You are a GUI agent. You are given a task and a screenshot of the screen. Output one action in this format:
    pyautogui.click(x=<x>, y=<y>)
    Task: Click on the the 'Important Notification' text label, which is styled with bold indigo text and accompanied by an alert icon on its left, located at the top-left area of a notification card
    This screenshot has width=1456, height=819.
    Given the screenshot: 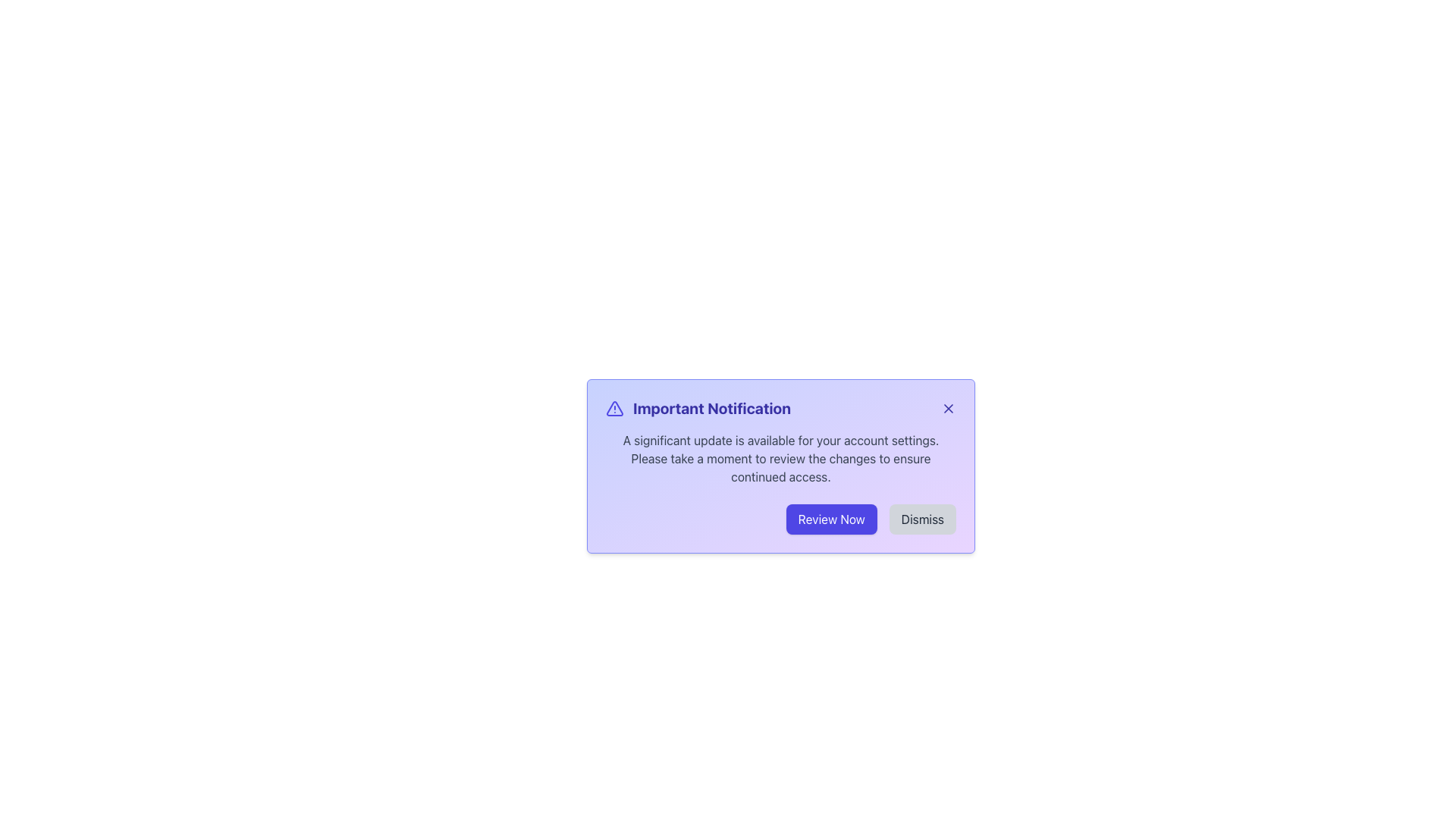 What is the action you would take?
    pyautogui.click(x=698, y=408)
    